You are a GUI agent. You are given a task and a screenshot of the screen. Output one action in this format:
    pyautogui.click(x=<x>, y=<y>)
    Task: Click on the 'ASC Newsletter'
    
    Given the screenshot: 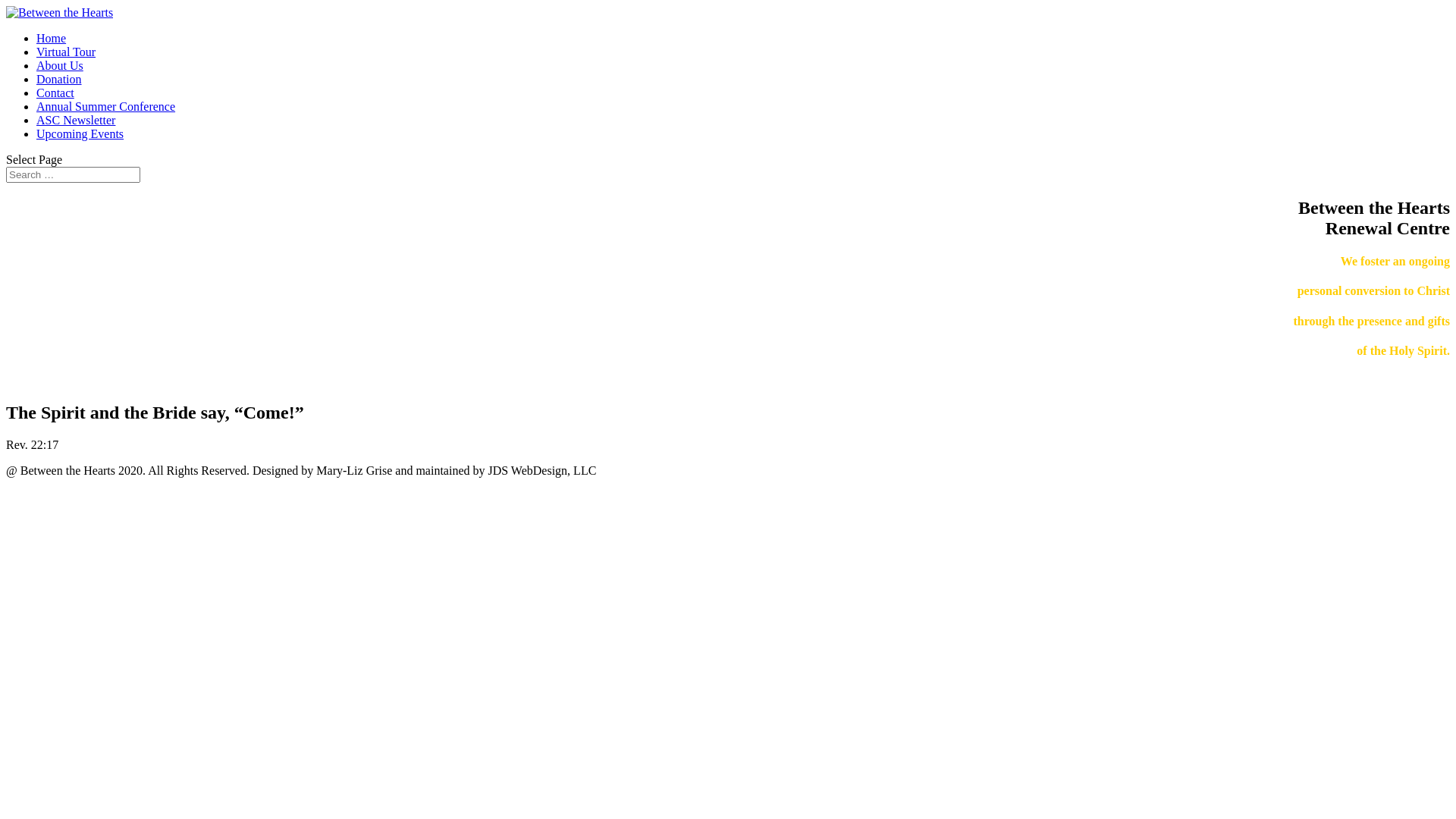 What is the action you would take?
    pyautogui.click(x=75, y=119)
    